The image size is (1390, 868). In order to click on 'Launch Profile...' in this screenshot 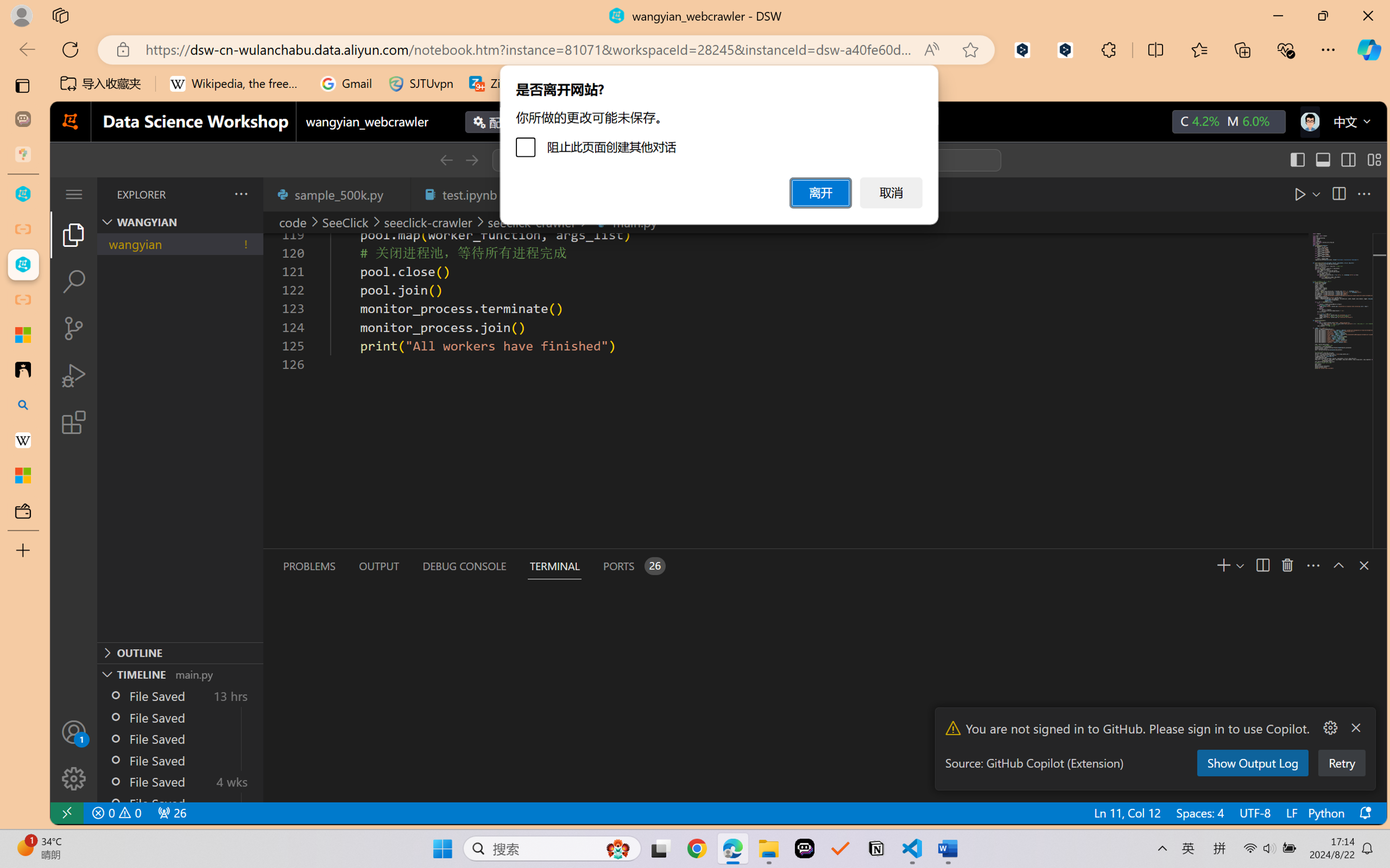, I will do `click(1289, 565)`.